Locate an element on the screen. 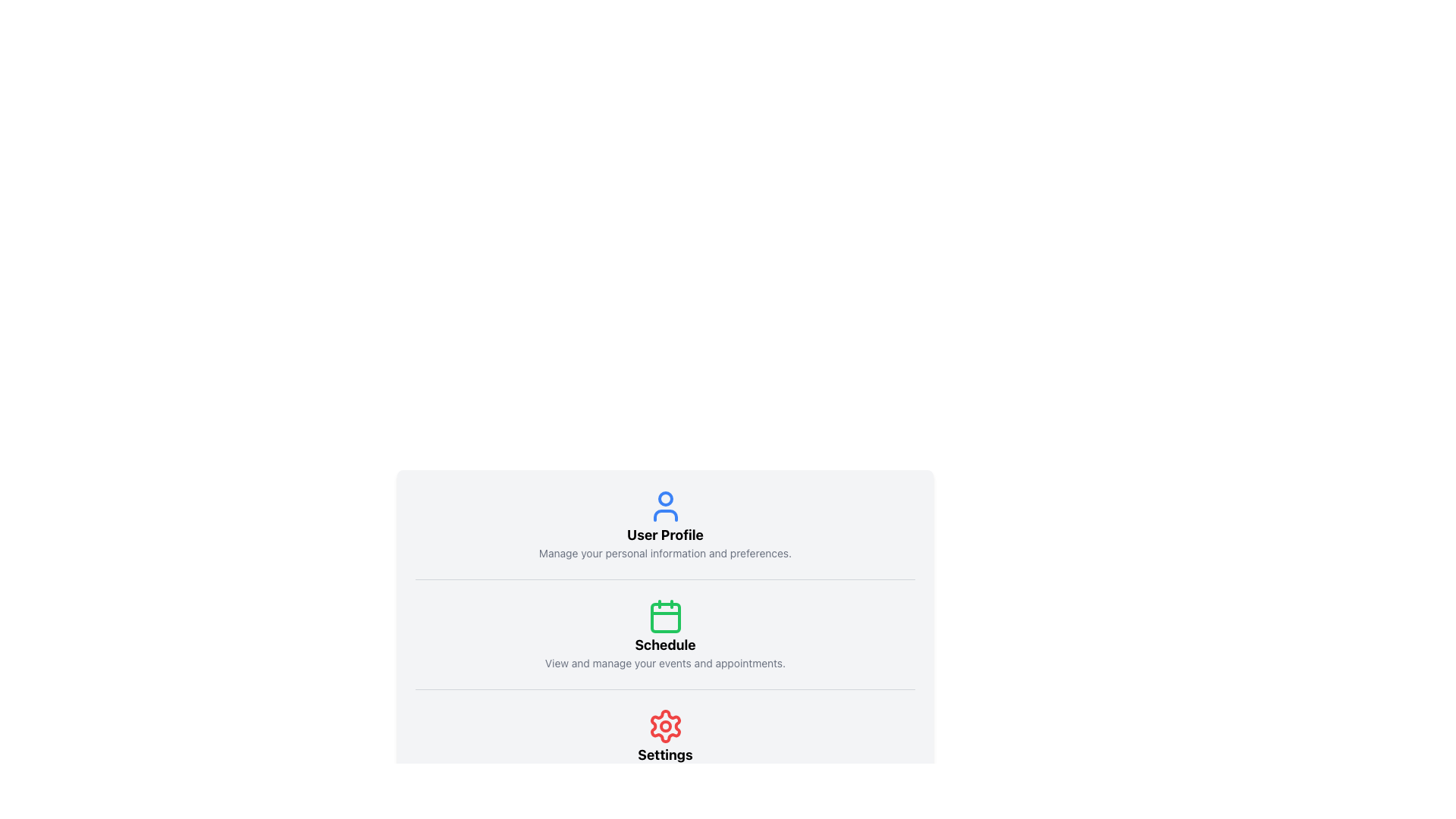  Section Header with Icon that displays 'User Profile' and includes a user icon, to understand its meaning is located at coordinates (665, 523).